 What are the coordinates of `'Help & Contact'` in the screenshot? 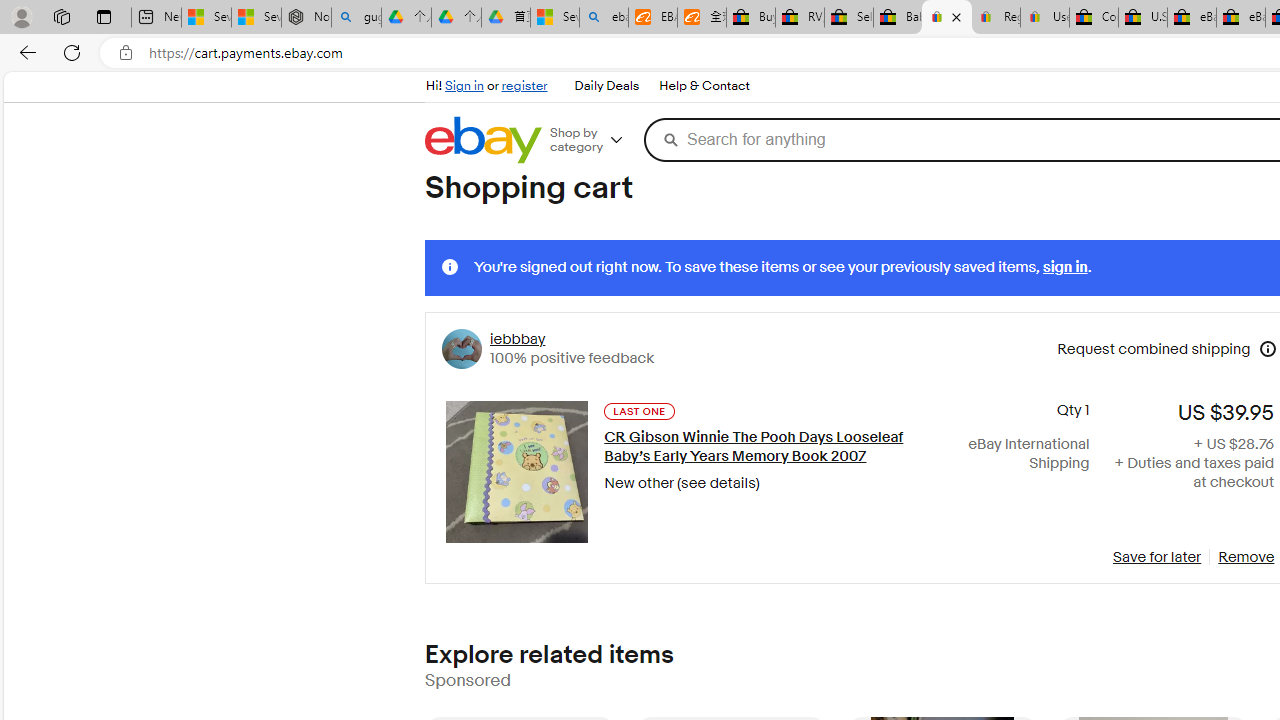 It's located at (703, 85).